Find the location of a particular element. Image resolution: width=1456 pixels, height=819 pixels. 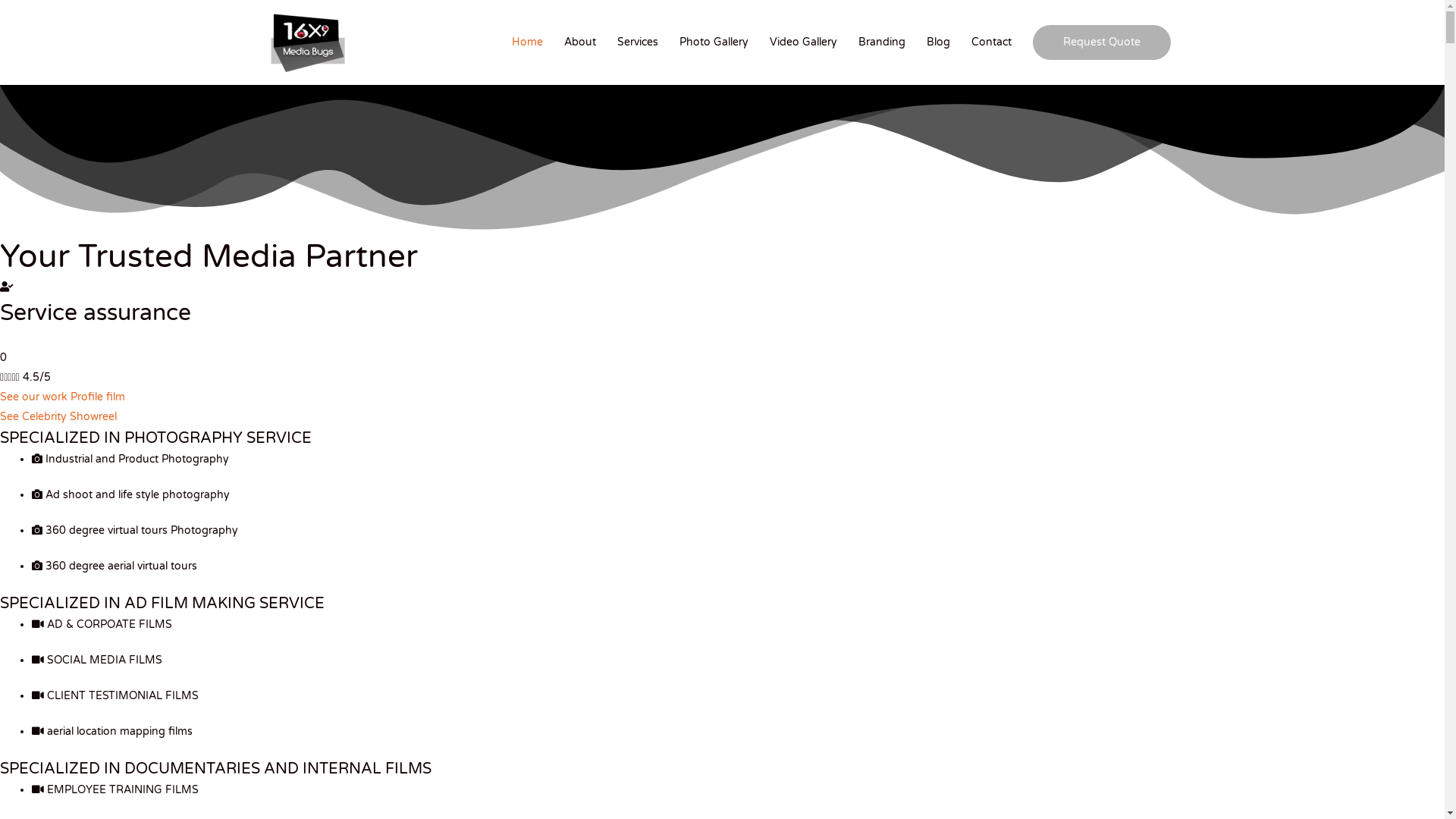

'Video Gallery' is located at coordinates (802, 42).